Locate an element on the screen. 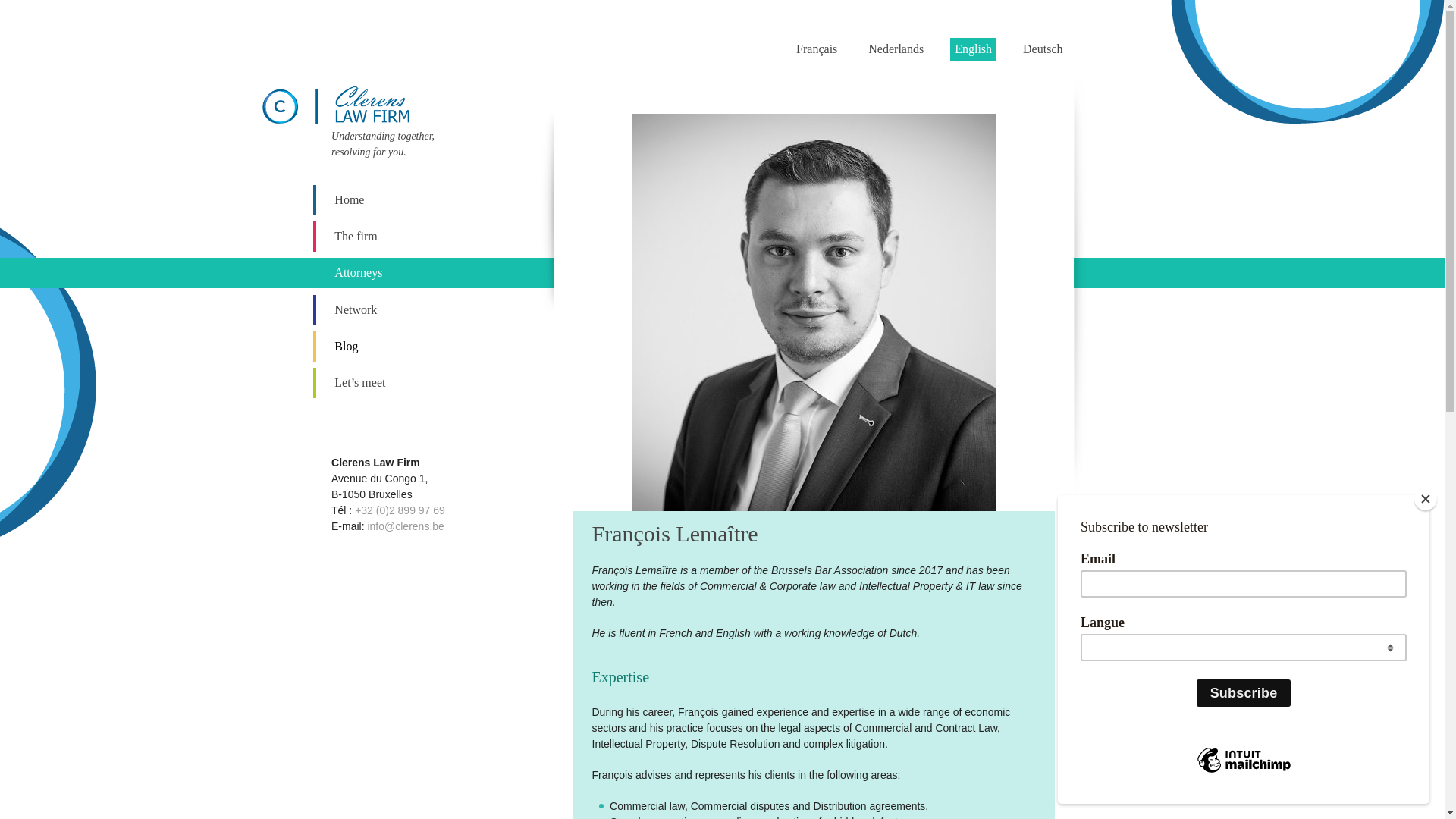 This screenshot has height=819, width=1456. 'English' is located at coordinates (973, 49).